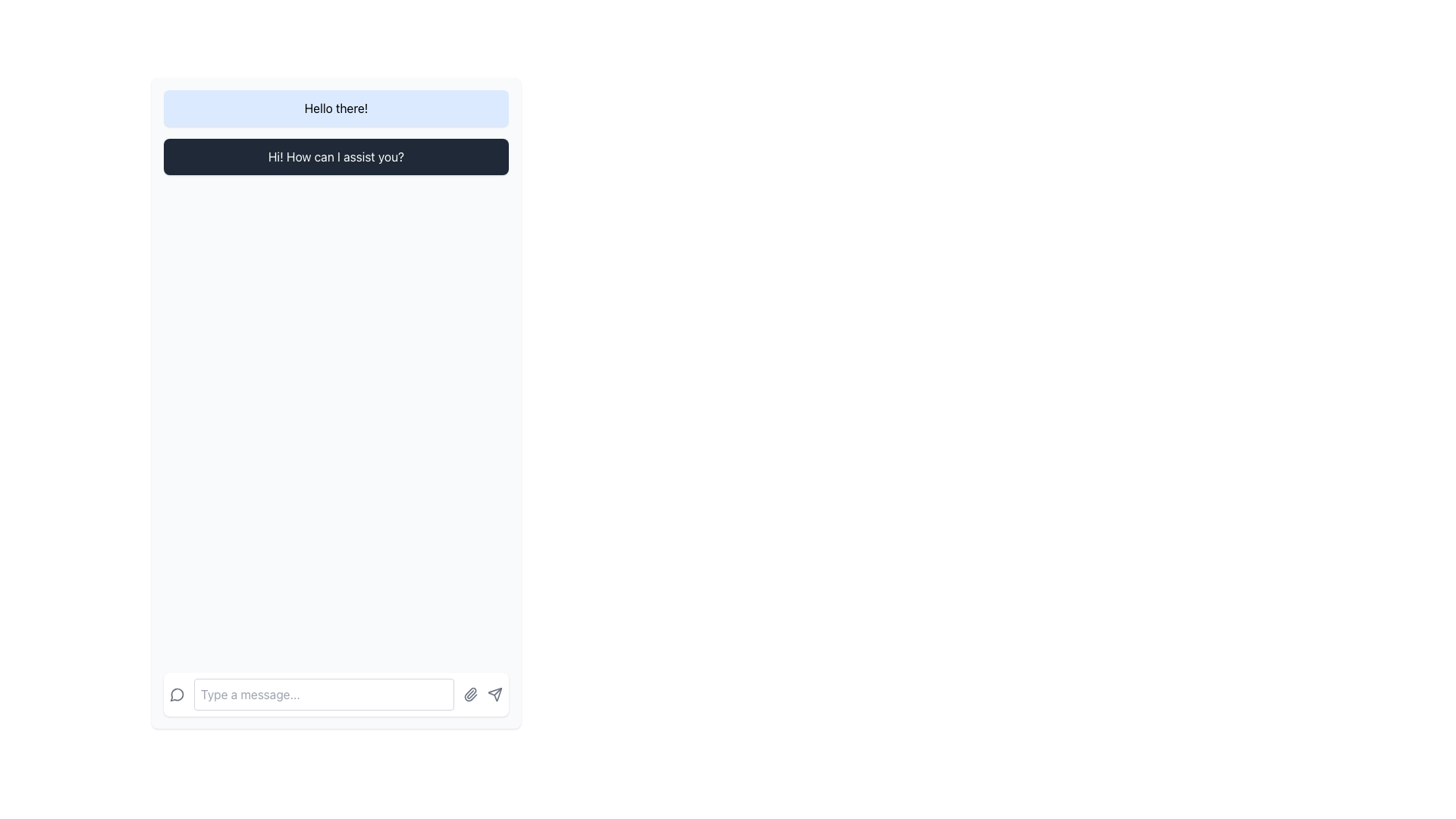 This screenshot has width=1456, height=819. Describe the element at coordinates (335, 157) in the screenshot. I see `the display text box located below the 'Hello there!' text, which presents information to the user and is the second element in the stacked arrangement` at that location.